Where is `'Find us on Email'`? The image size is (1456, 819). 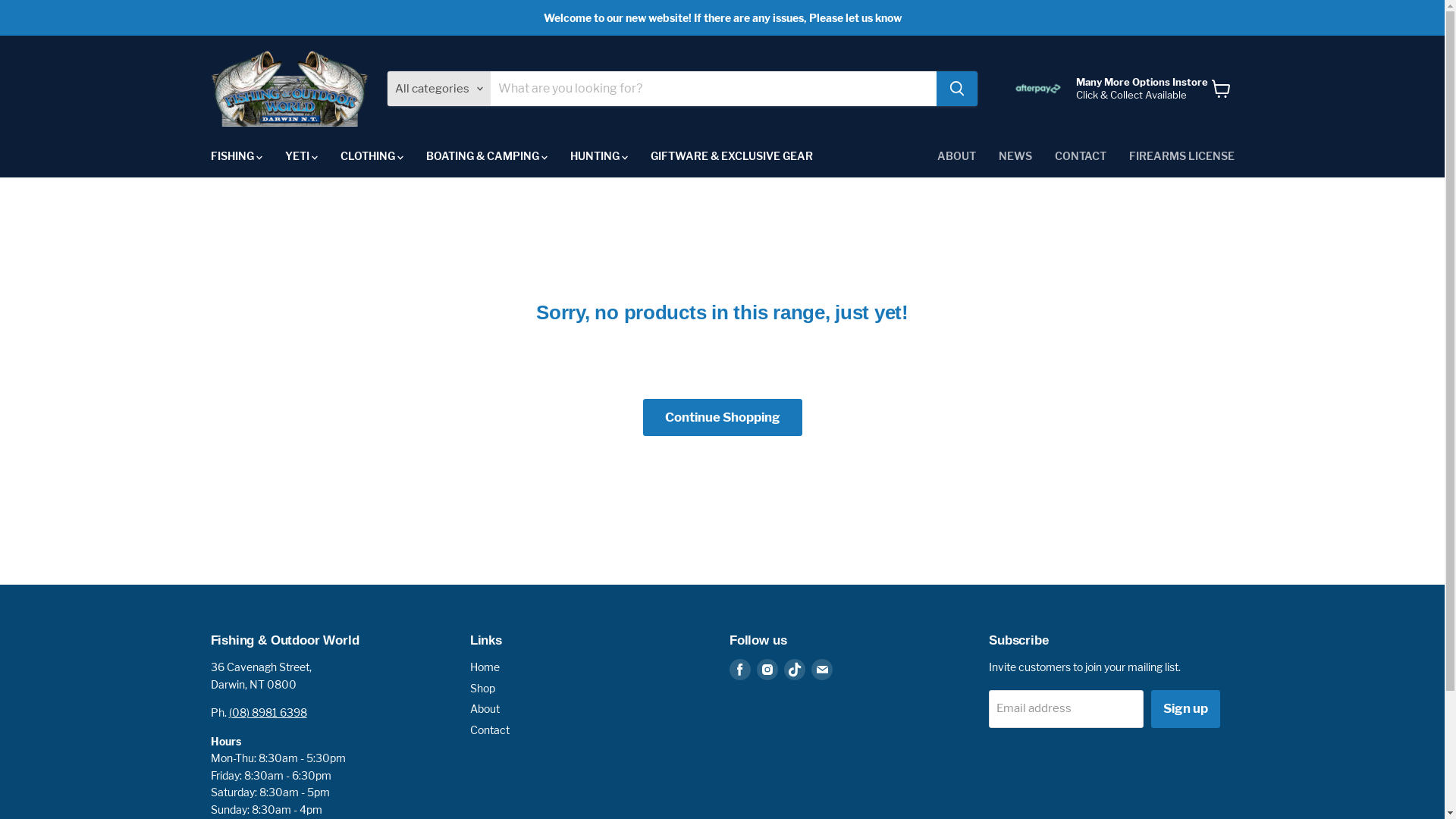
'Find us on Email' is located at coordinates (821, 669).